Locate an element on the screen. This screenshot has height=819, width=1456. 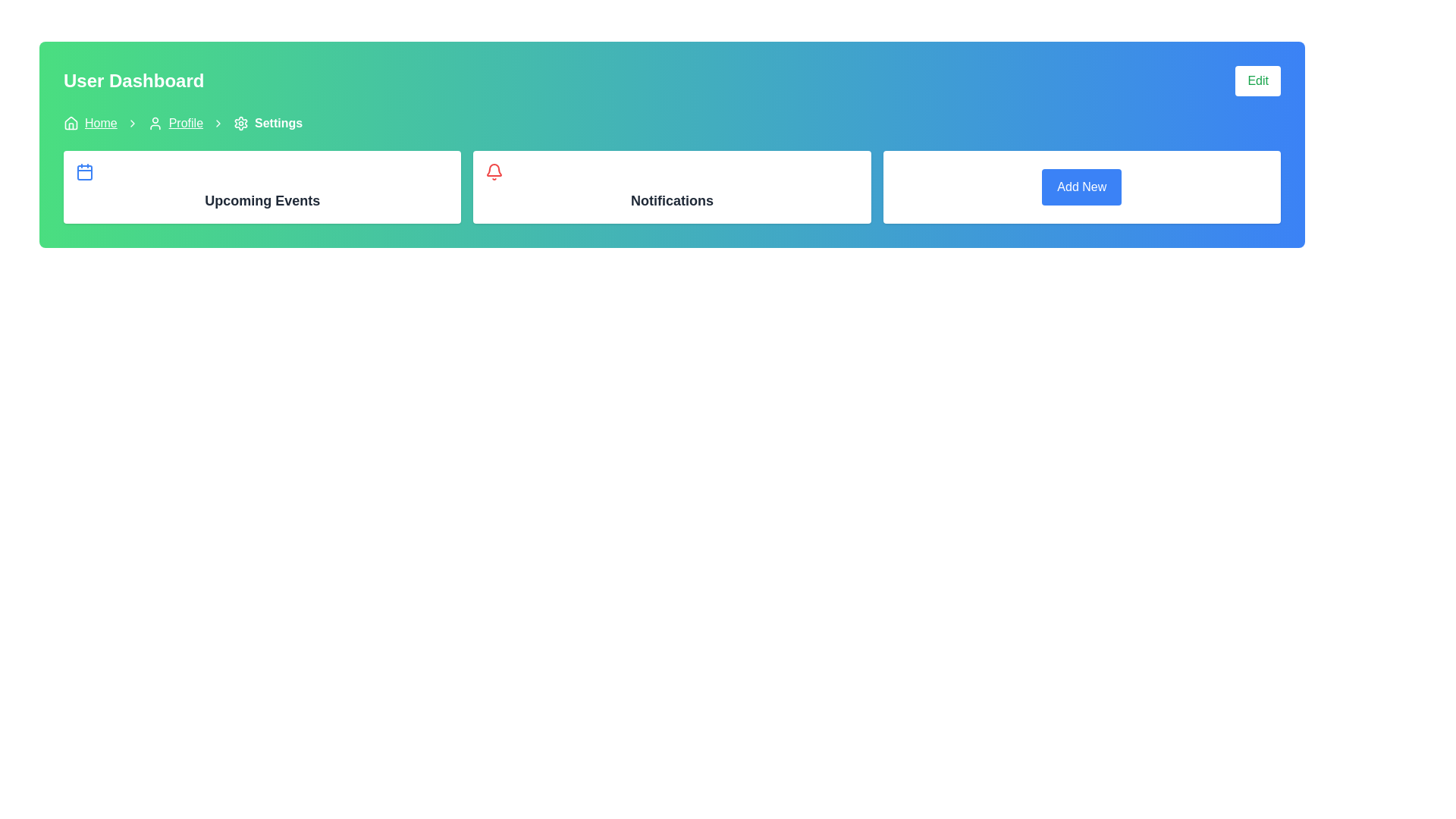
the profile icon in the breadcrumb navigation bar, which serves as a visual cue representing the user's profile, located between the 'Home' link and the 'Profile' text link is located at coordinates (155, 122).